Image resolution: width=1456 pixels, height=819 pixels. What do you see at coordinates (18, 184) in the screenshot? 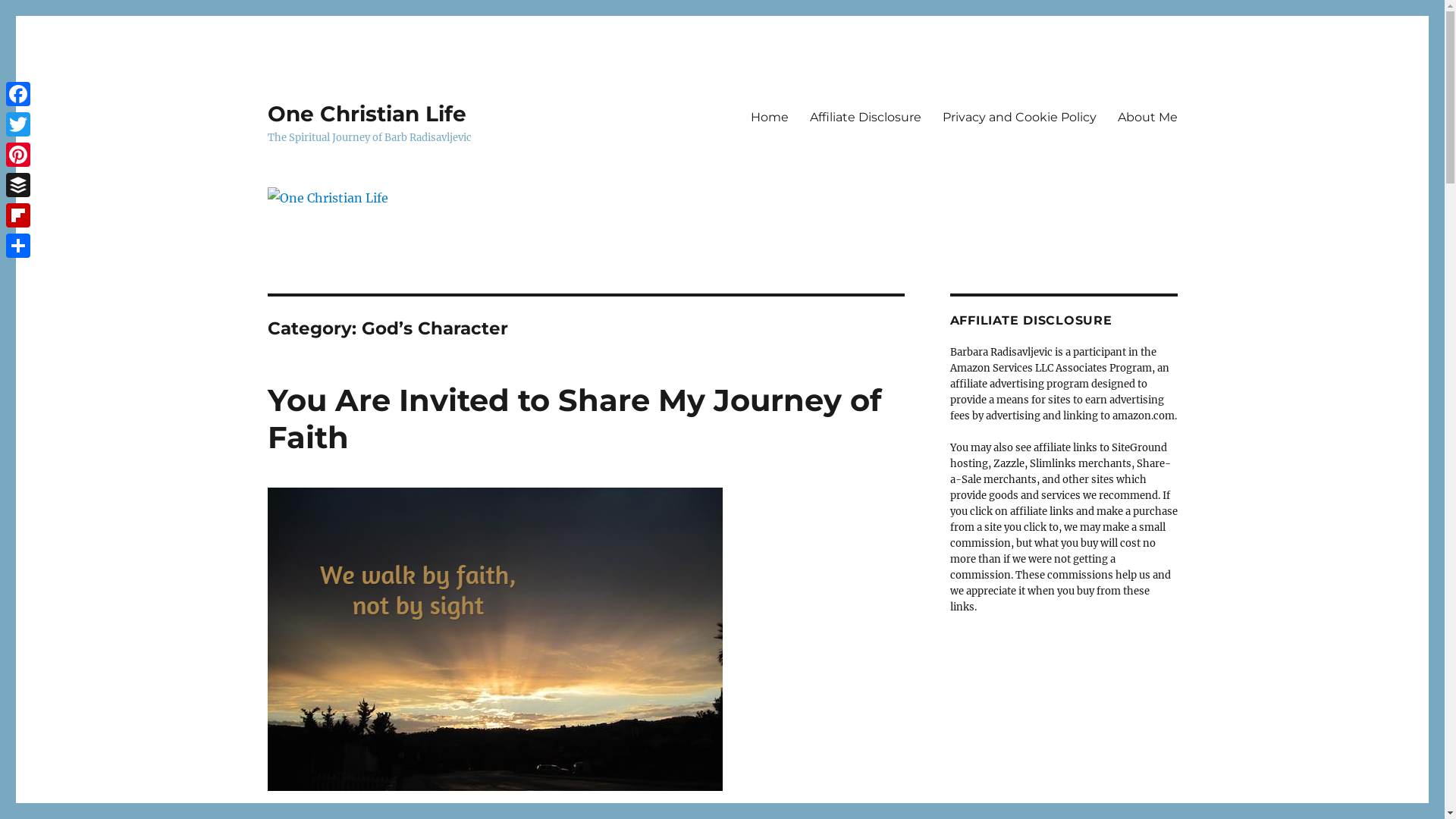
I see `'Buffer'` at bounding box center [18, 184].